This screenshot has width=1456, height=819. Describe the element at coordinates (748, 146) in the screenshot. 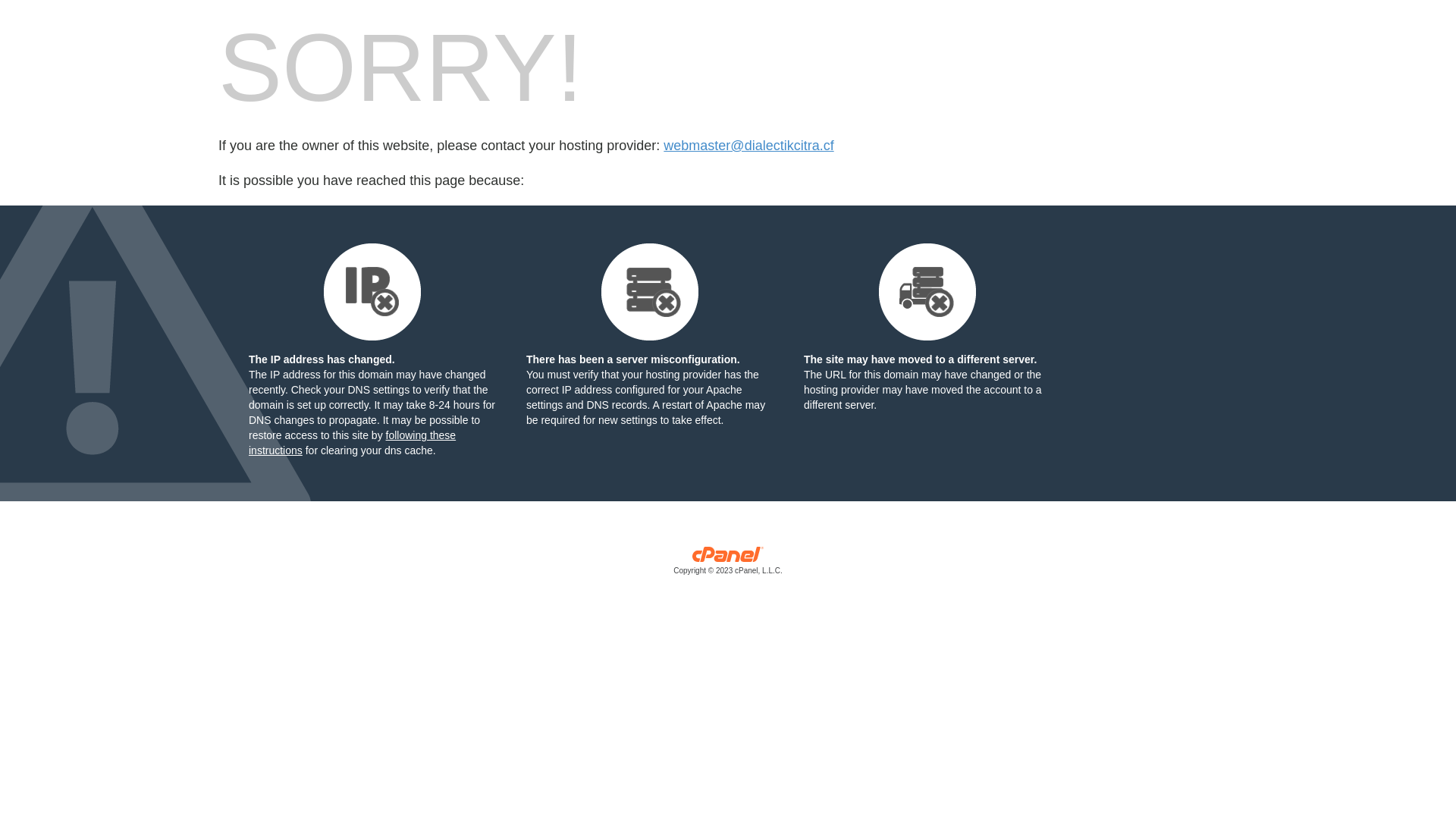

I see `'webmaster@dialectikcitra.cf'` at that location.